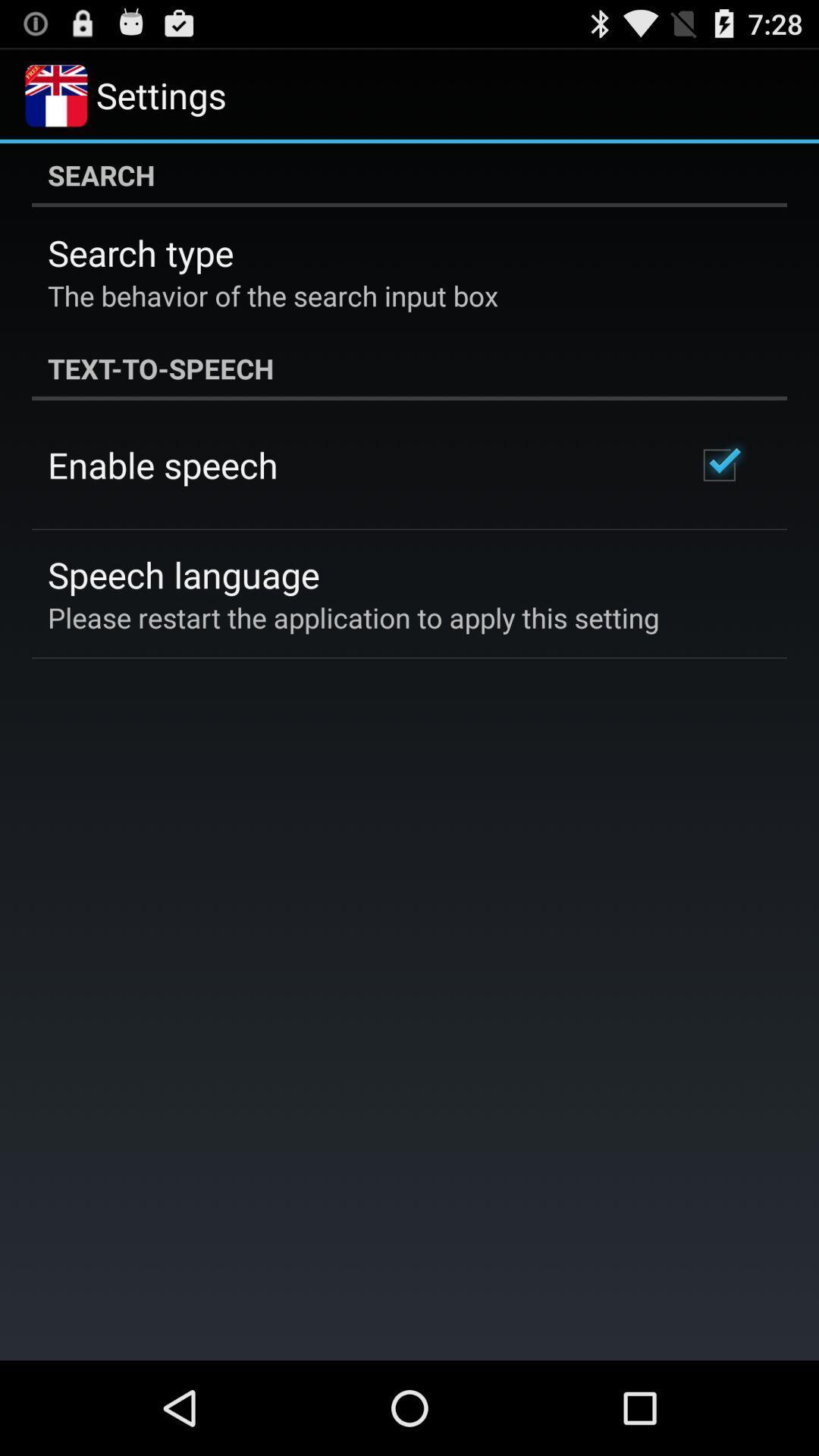  What do you see at coordinates (718, 464) in the screenshot?
I see `app to the right of the enable speech app` at bounding box center [718, 464].